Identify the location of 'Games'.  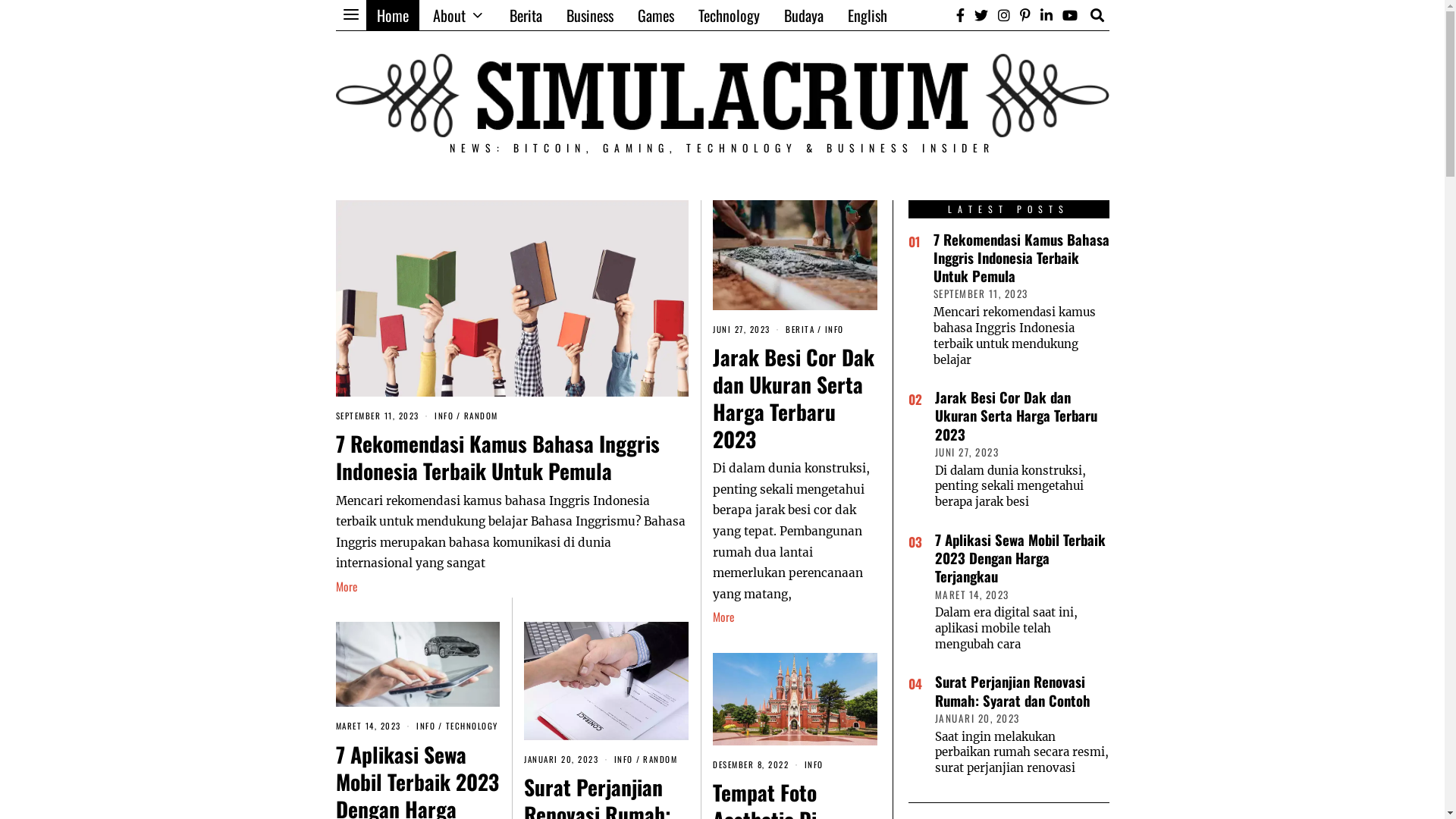
(655, 14).